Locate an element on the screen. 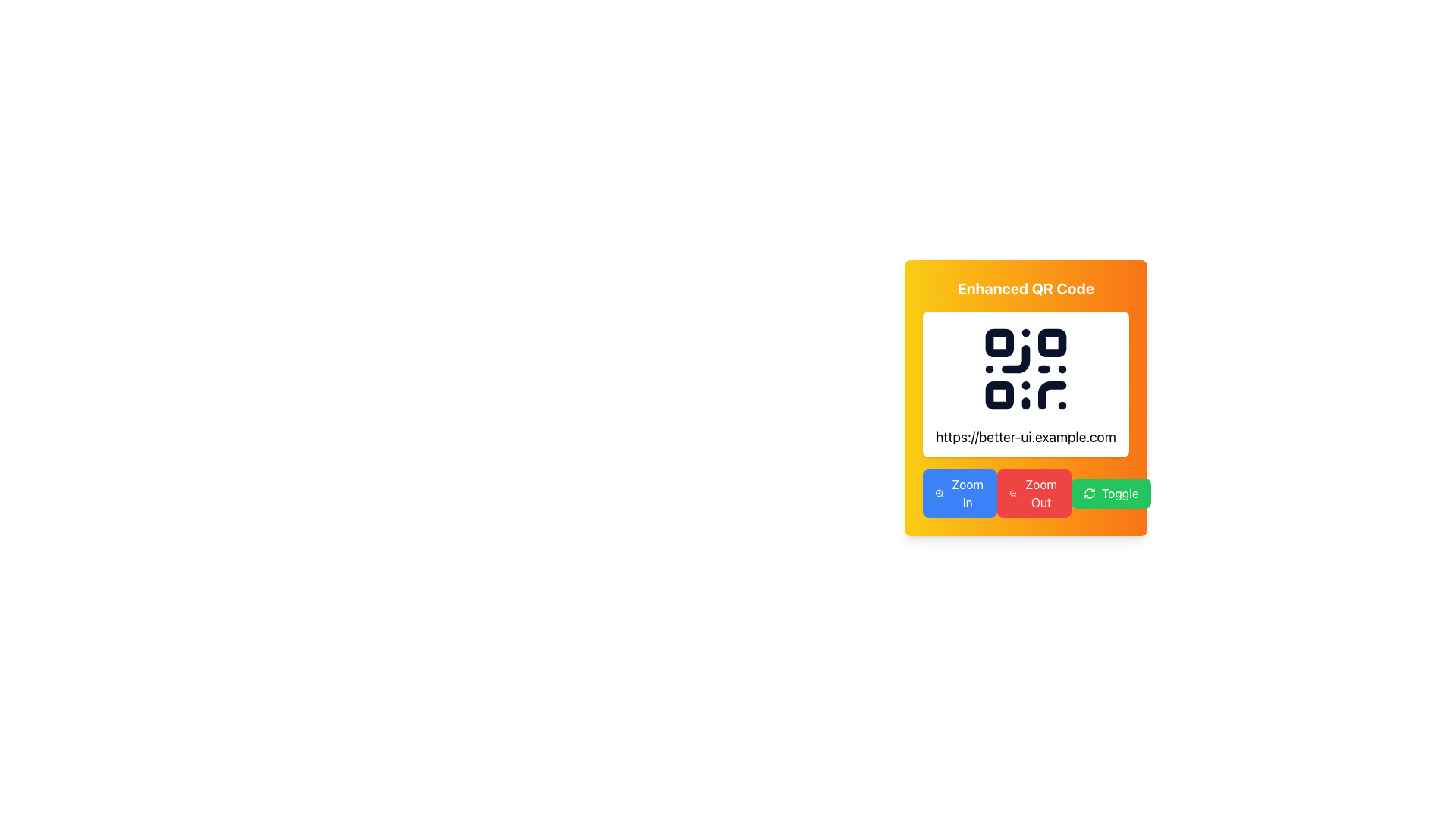  the third button in a horizontal row of three buttons located at the bottom of a card interface is located at coordinates (1111, 494).